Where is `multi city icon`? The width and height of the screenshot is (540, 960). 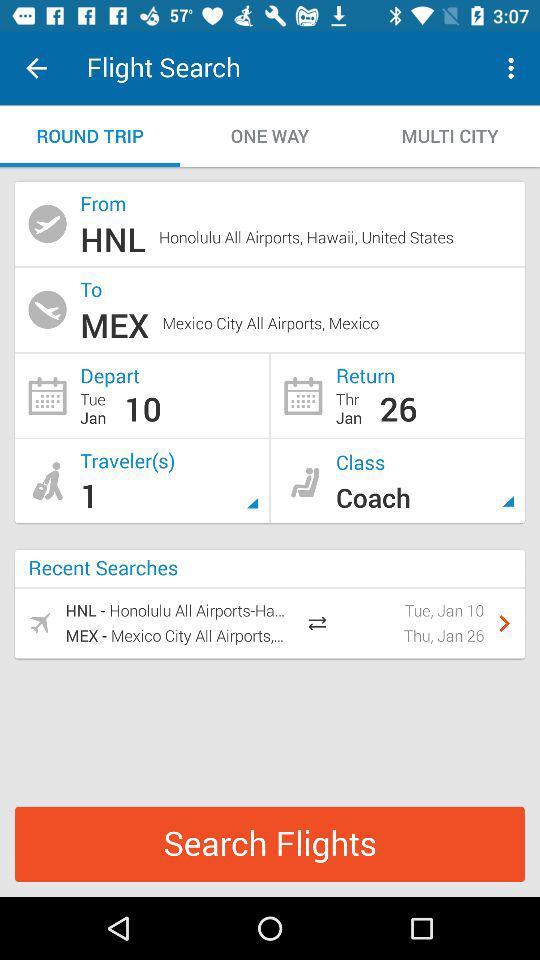 multi city icon is located at coordinates (449, 135).